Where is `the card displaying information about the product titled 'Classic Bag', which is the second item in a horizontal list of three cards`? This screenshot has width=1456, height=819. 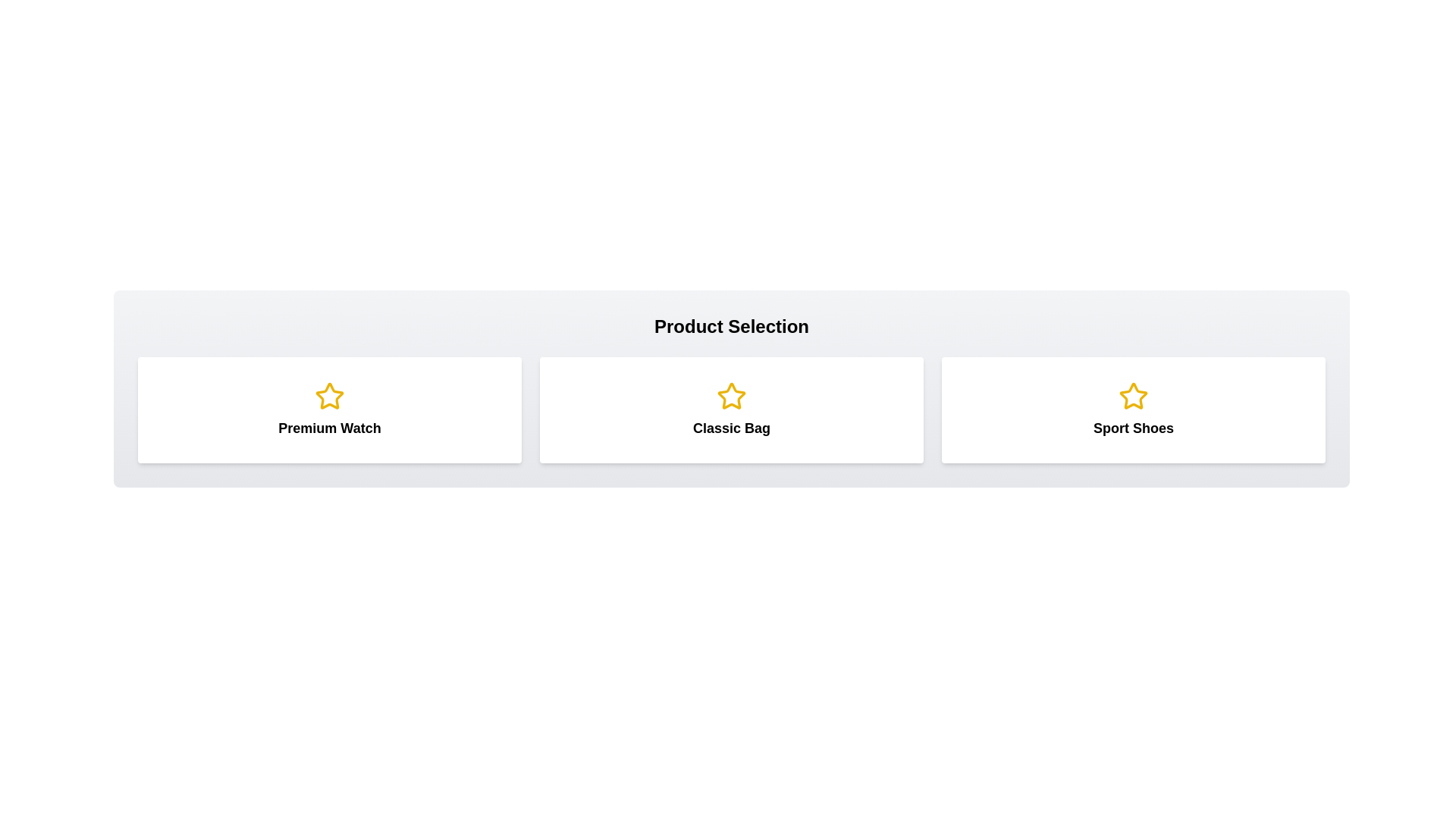 the card displaying information about the product titled 'Classic Bag', which is the second item in a horizontal list of three cards is located at coordinates (731, 409).